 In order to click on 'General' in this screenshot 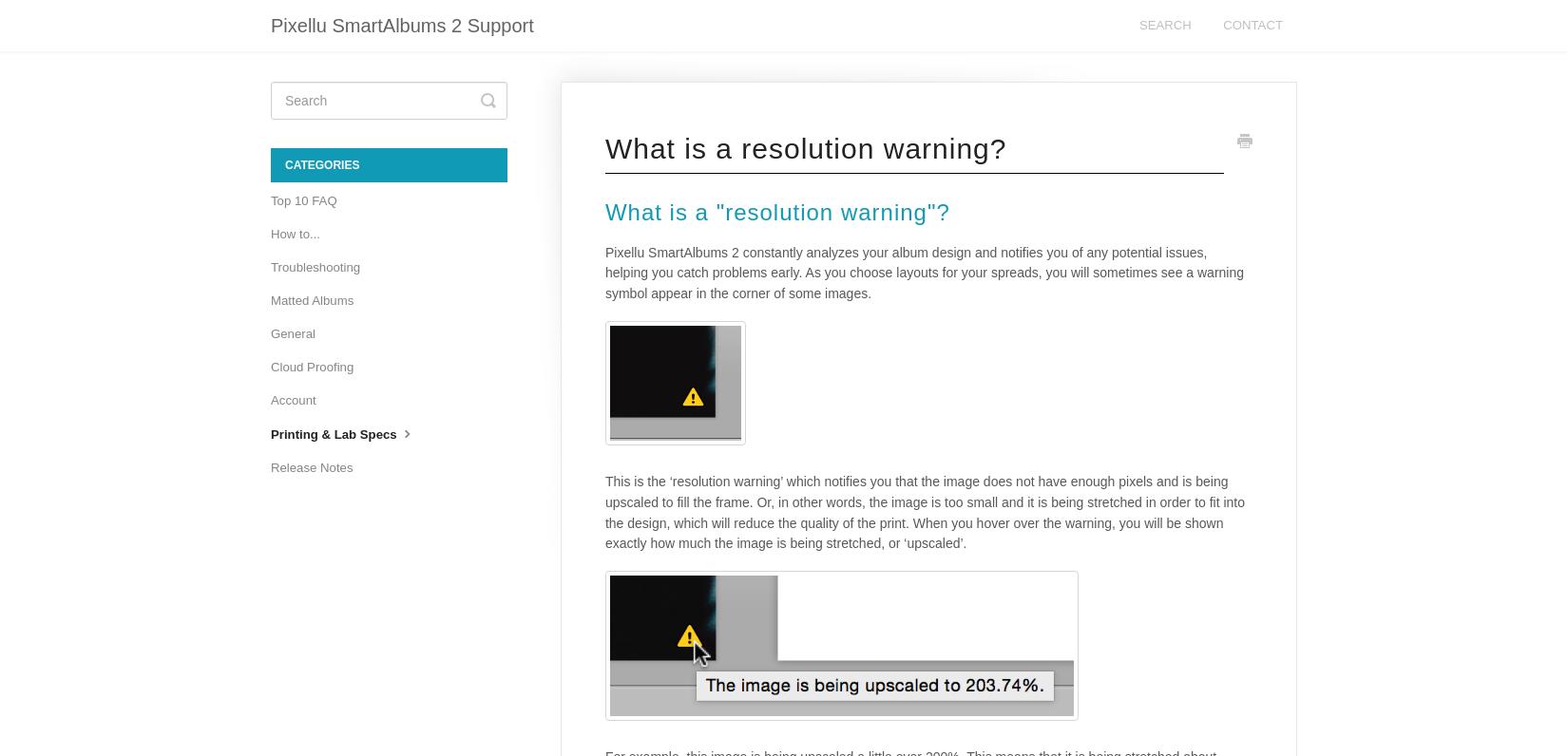, I will do `click(293, 332)`.